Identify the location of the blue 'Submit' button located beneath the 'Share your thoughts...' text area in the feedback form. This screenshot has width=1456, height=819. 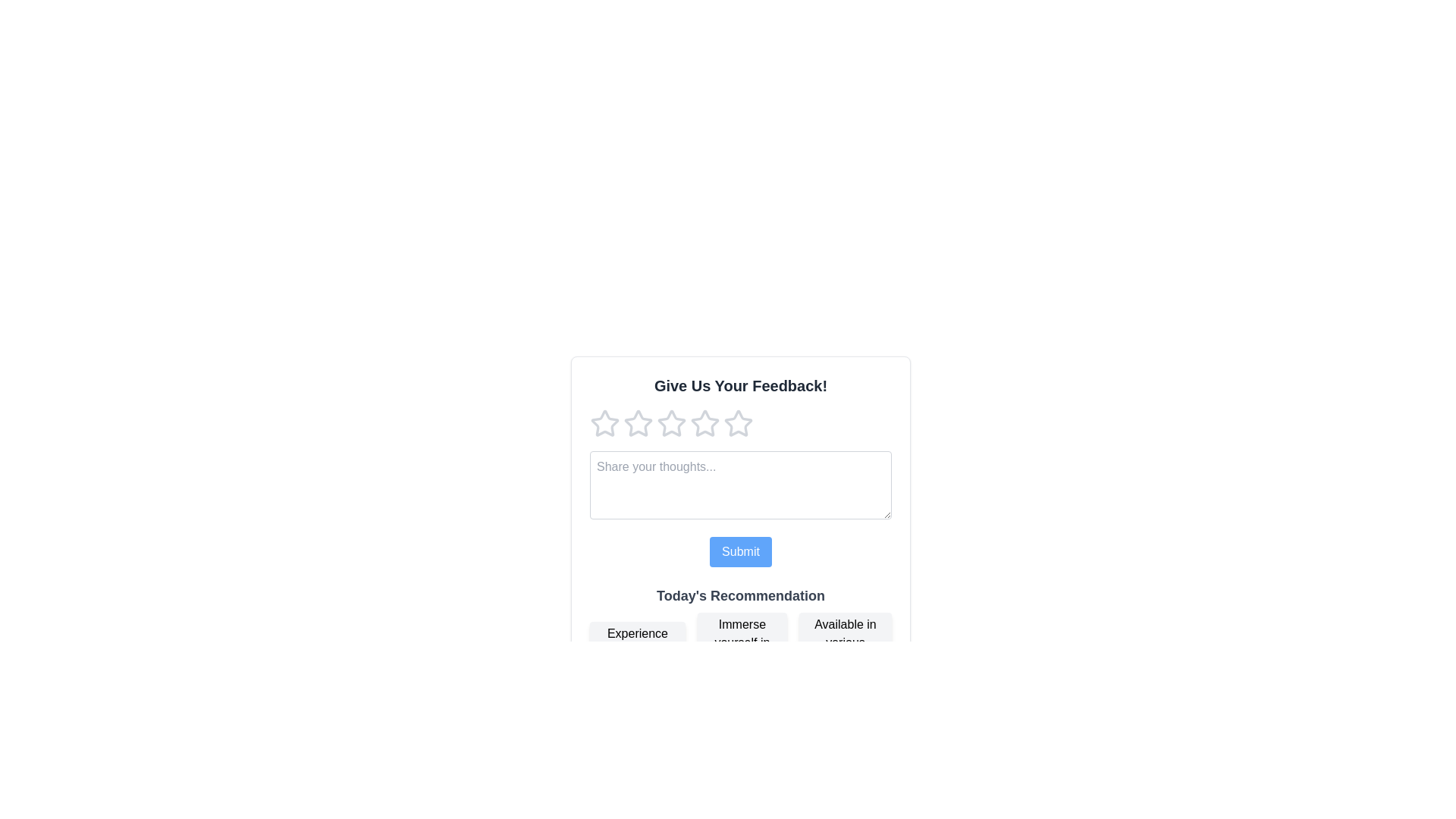
(740, 552).